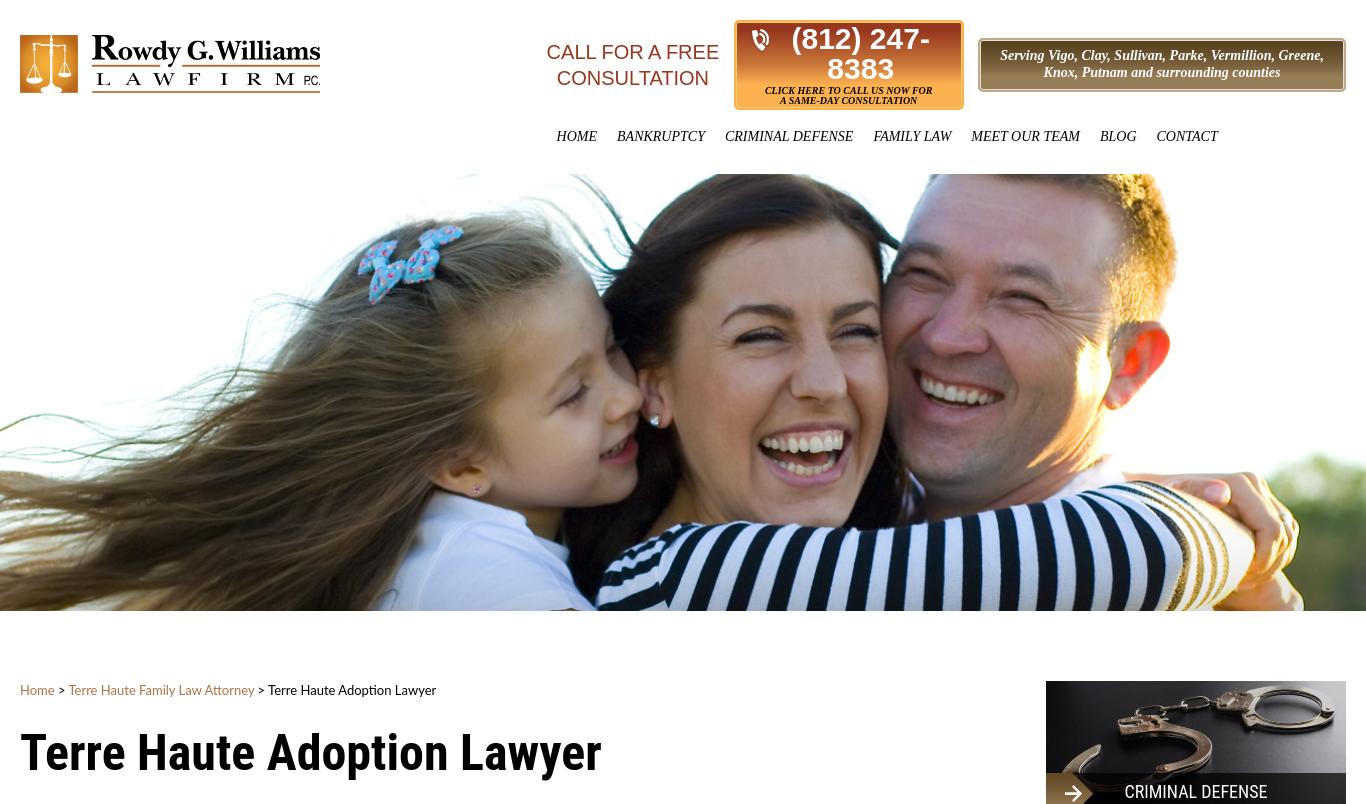 This screenshot has width=1366, height=804. Describe the element at coordinates (1024, 136) in the screenshot. I see `'Meet Our Team'` at that location.